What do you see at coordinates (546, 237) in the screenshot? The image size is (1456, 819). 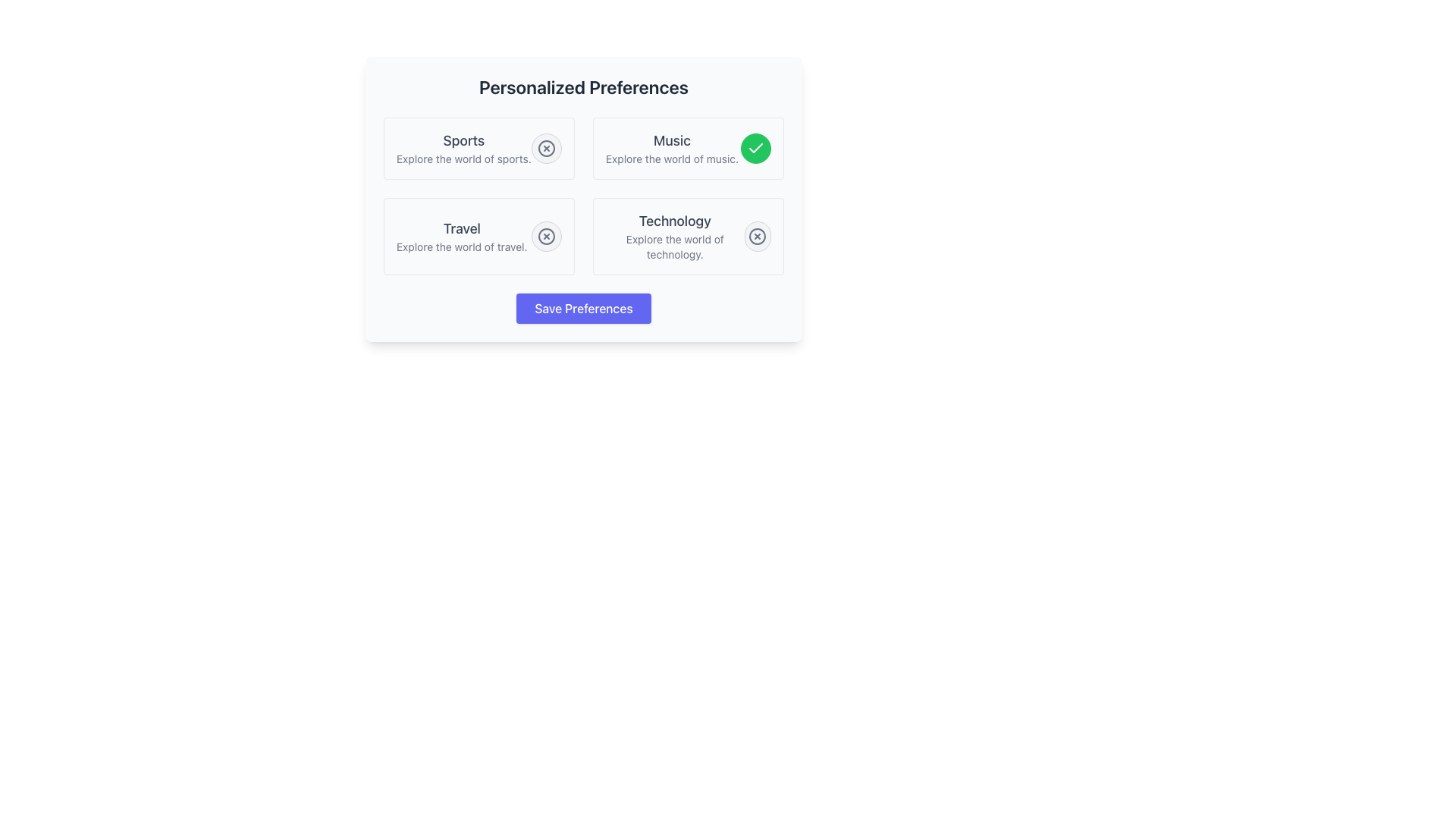 I see `the circular 'X' button located in the bottom row of the grid, which is used to deselect the travel option` at bounding box center [546, 237].